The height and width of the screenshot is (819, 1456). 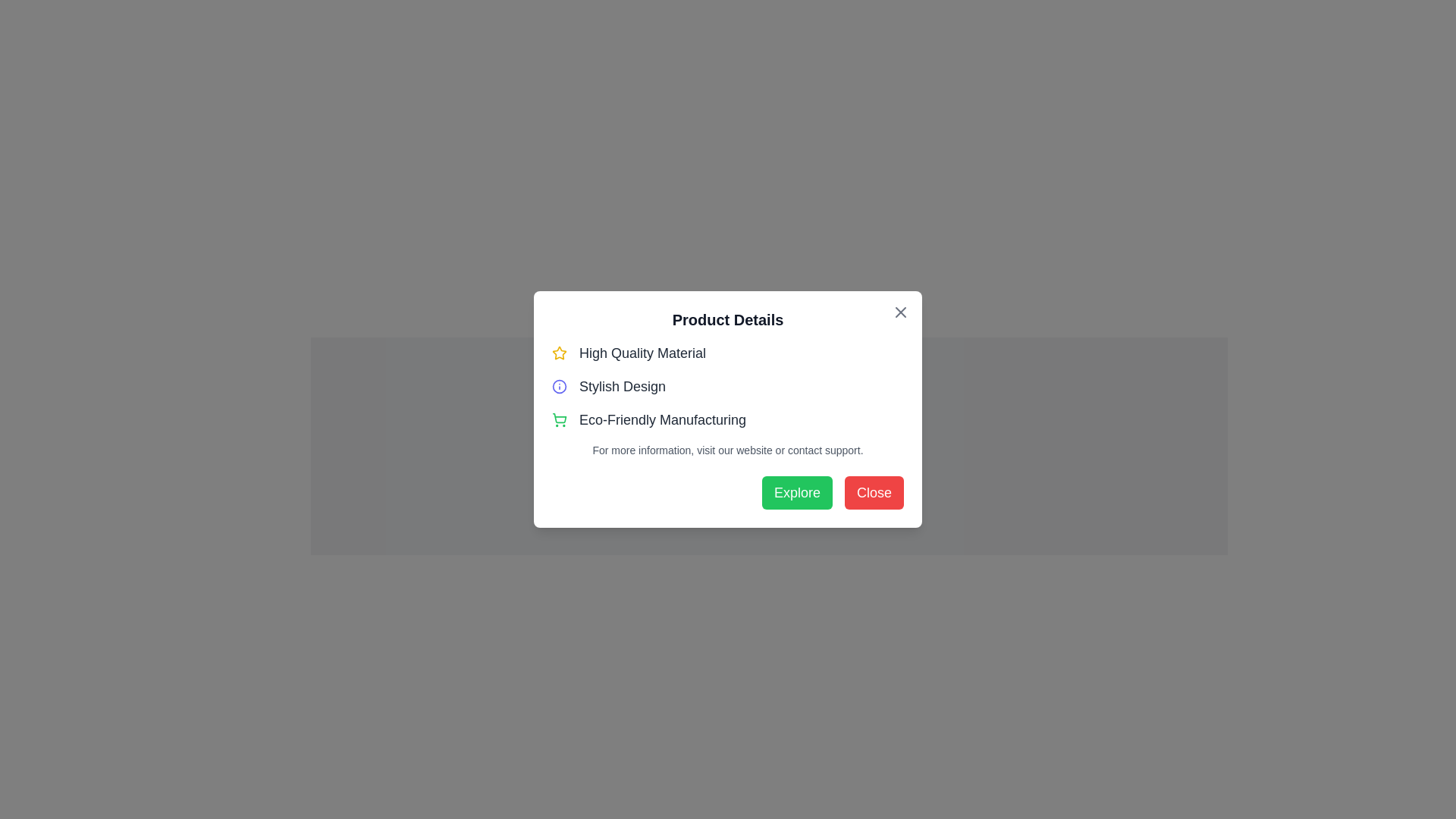 What do you see at coordinates (559, 420) in the screenshot?
I see `the green shopping cart icon with rounded edges located to the left of 'Eco-Friendly Manufacturing' in the third position of the 'Product Details' modal` at bounding box center [559, 420].